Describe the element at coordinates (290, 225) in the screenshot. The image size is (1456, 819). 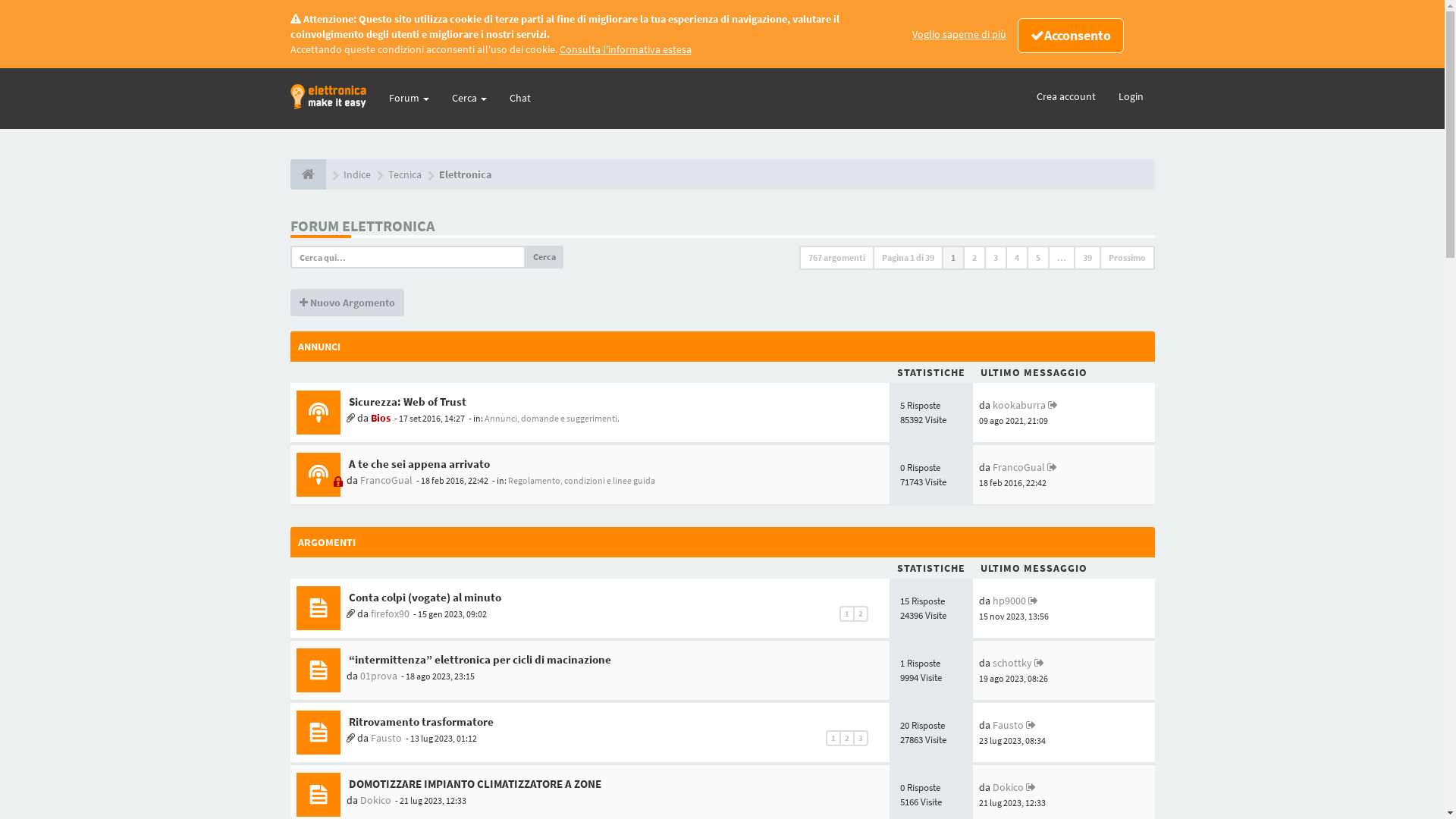
I see `'FORUM ELETTRONICA'` at that location.